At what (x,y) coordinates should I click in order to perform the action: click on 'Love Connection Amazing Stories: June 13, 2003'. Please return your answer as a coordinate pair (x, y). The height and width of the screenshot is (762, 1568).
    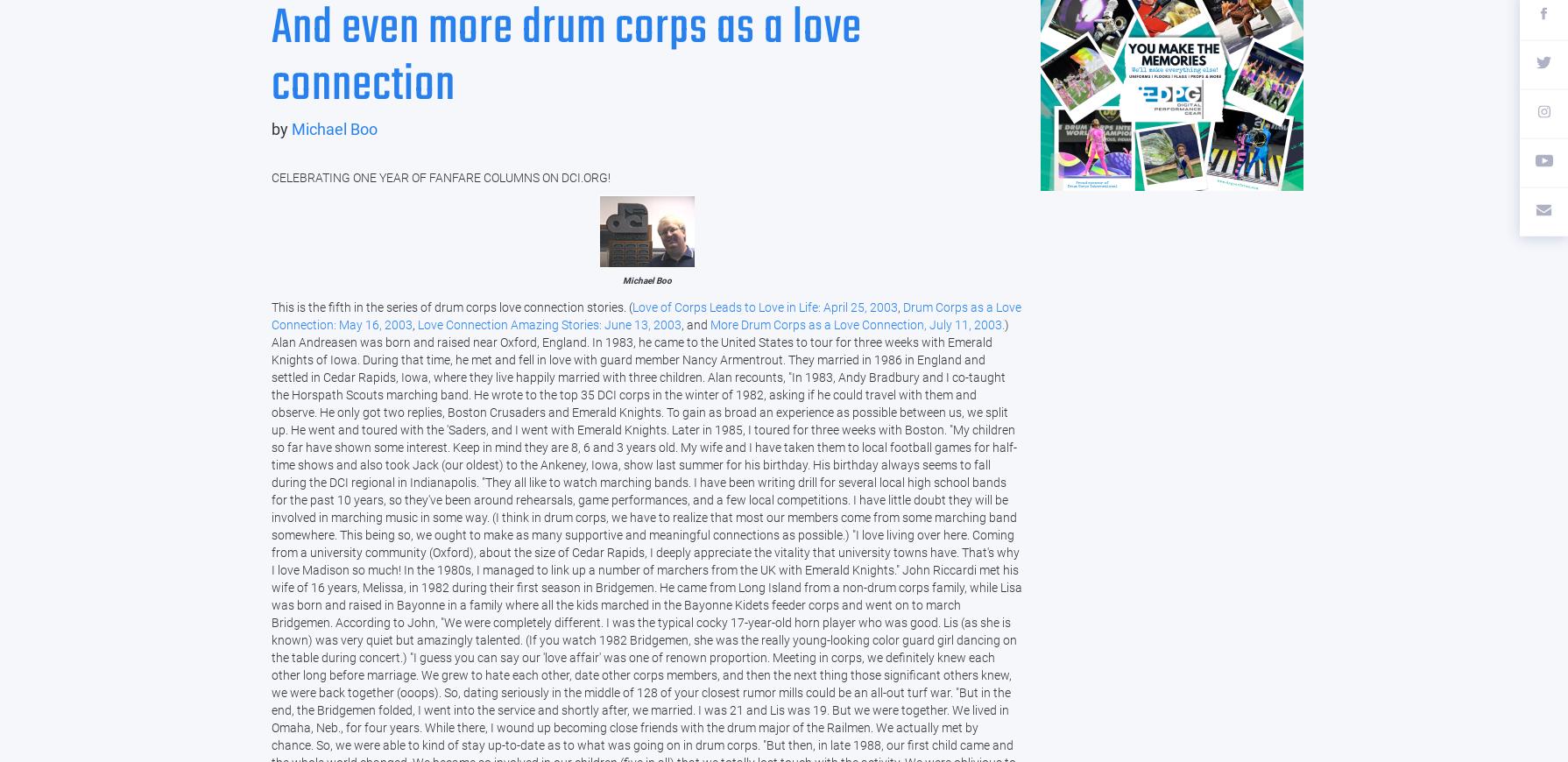
    Looking at the image, I should click on (548, 324).